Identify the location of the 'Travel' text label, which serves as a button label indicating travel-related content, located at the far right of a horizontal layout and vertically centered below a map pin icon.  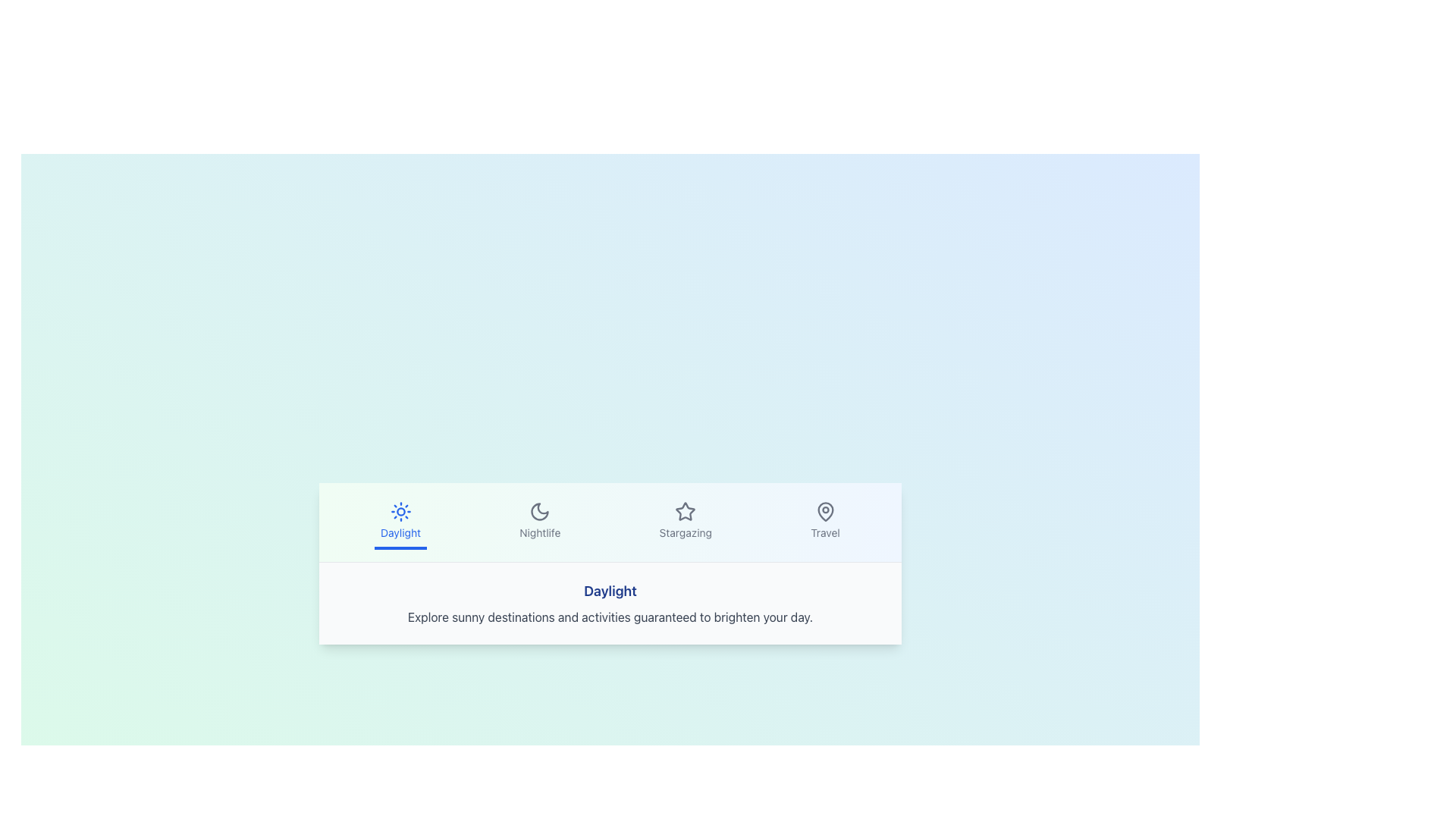
(824, 532).